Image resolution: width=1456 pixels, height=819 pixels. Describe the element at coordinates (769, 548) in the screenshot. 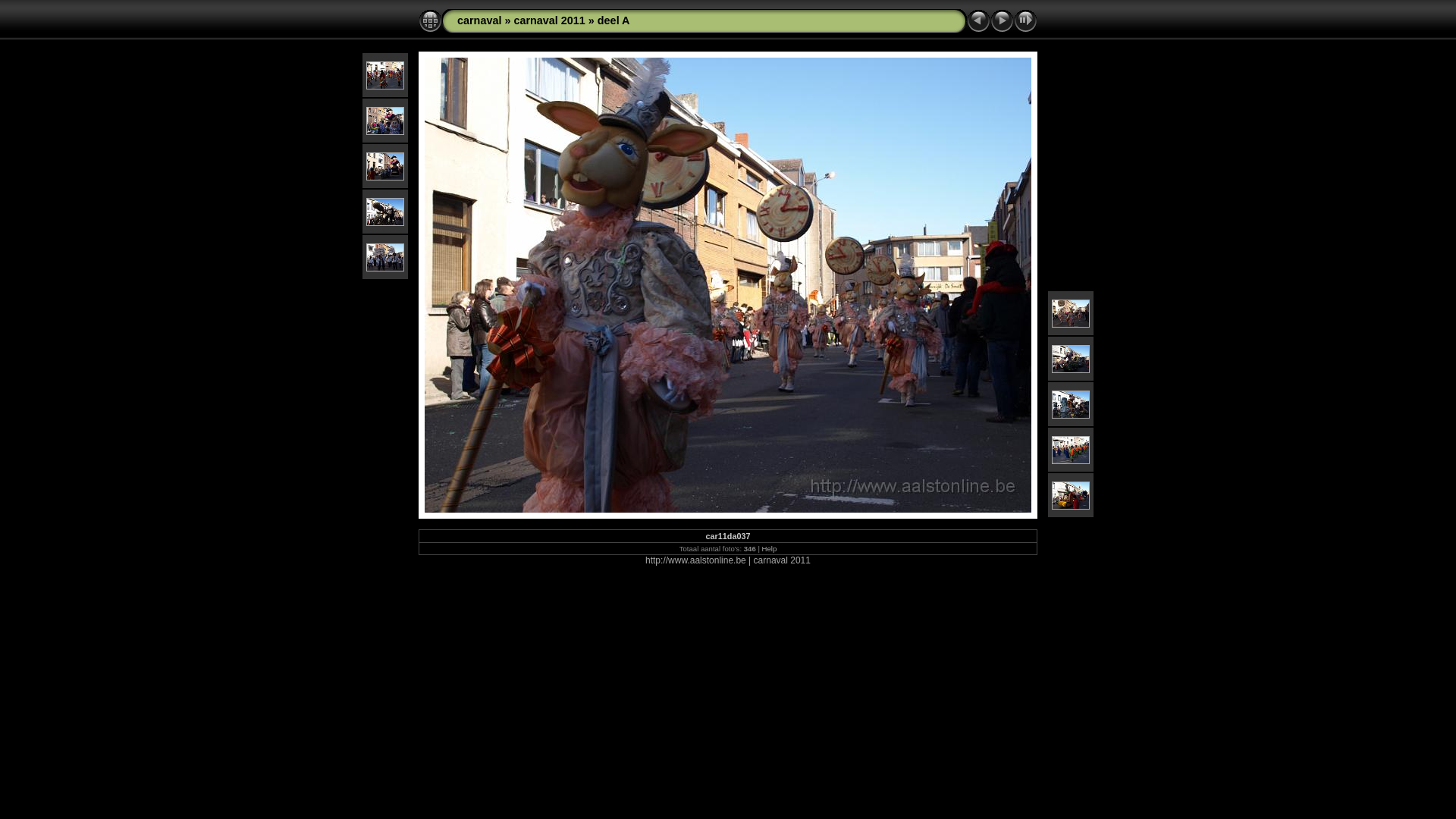

I see `'Help'` at that location.